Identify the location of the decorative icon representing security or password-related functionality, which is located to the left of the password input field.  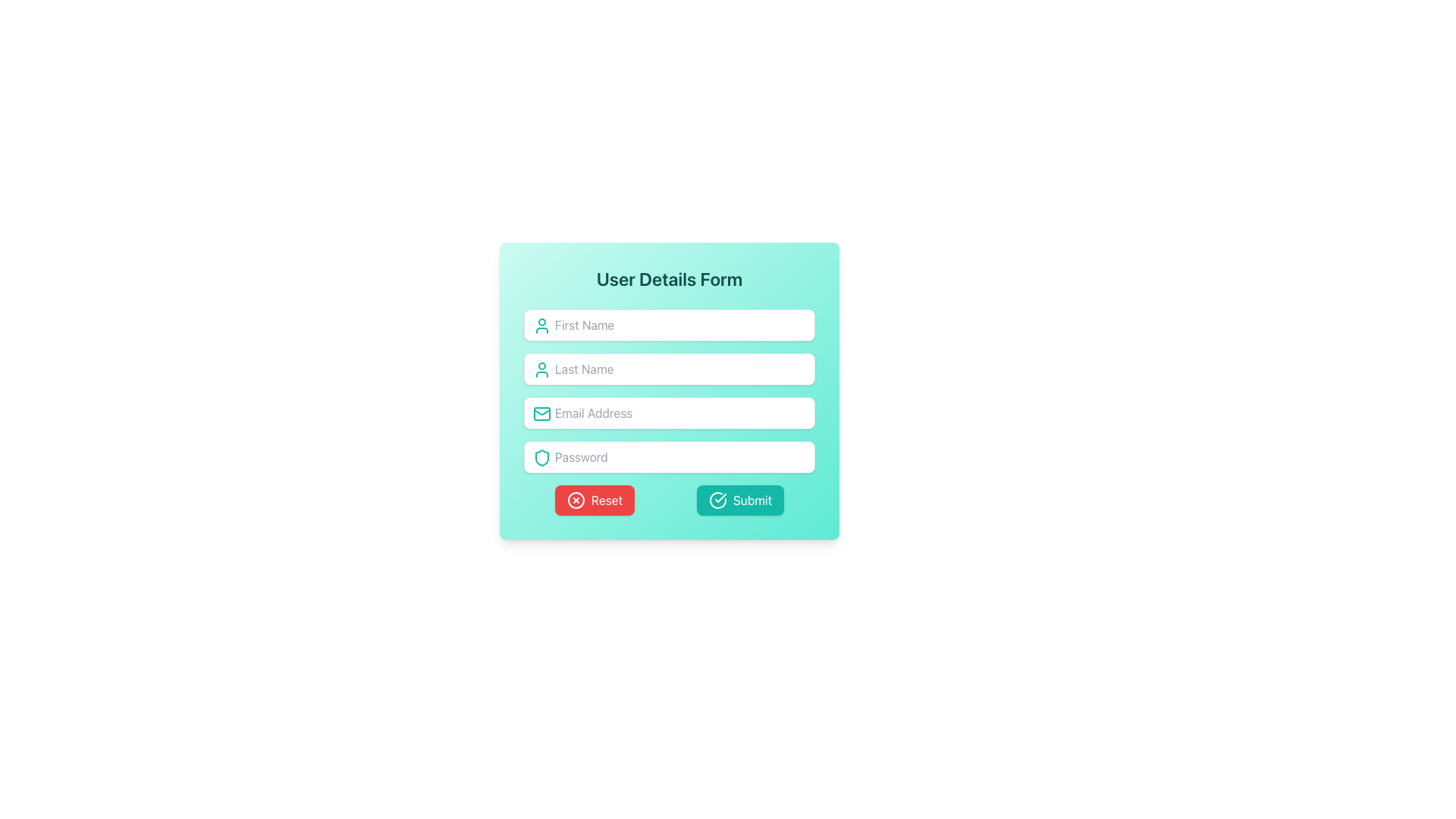
(542, 457).